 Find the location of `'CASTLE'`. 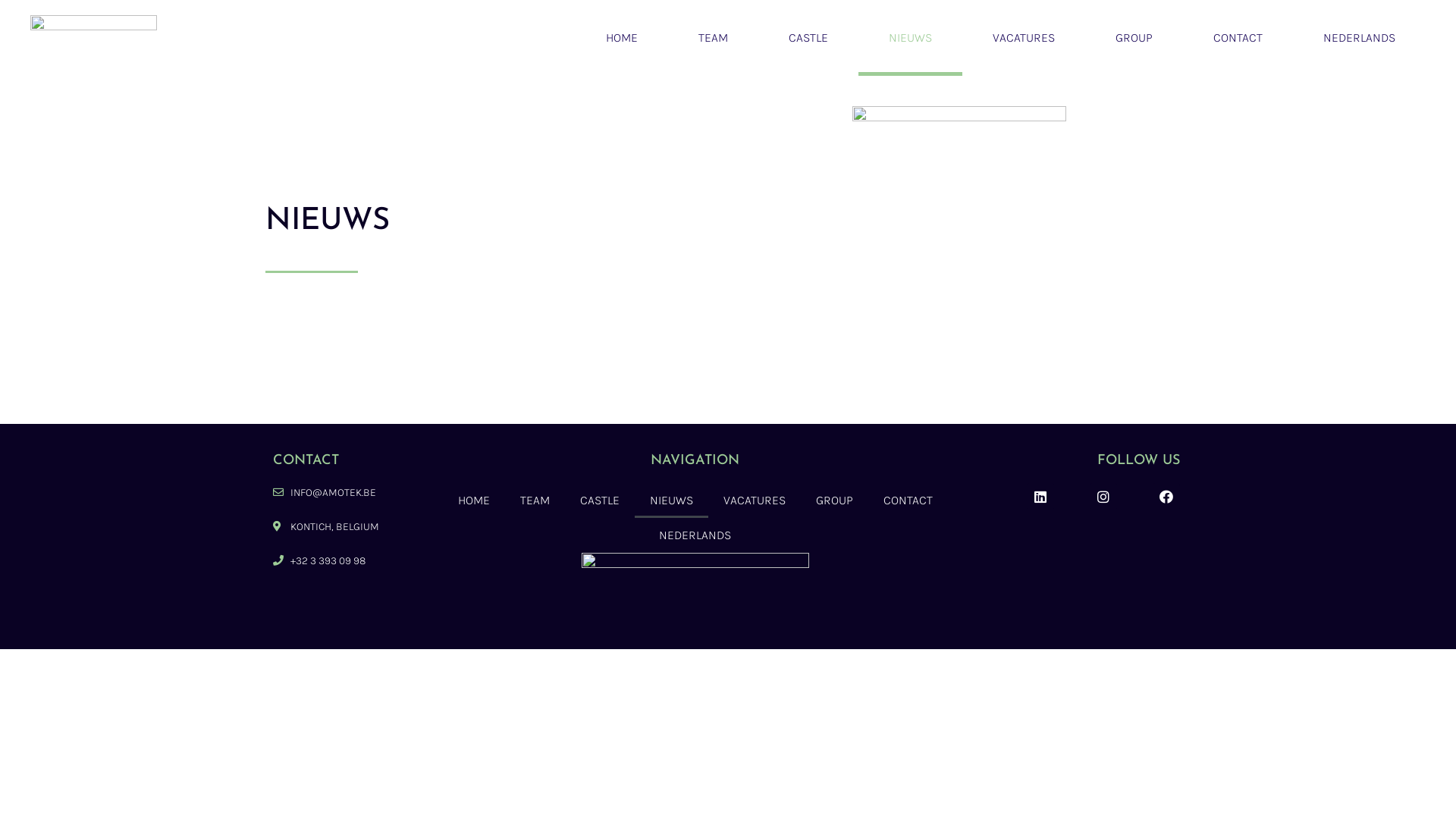

'CASTLE' is located at coordinates (807, 37).